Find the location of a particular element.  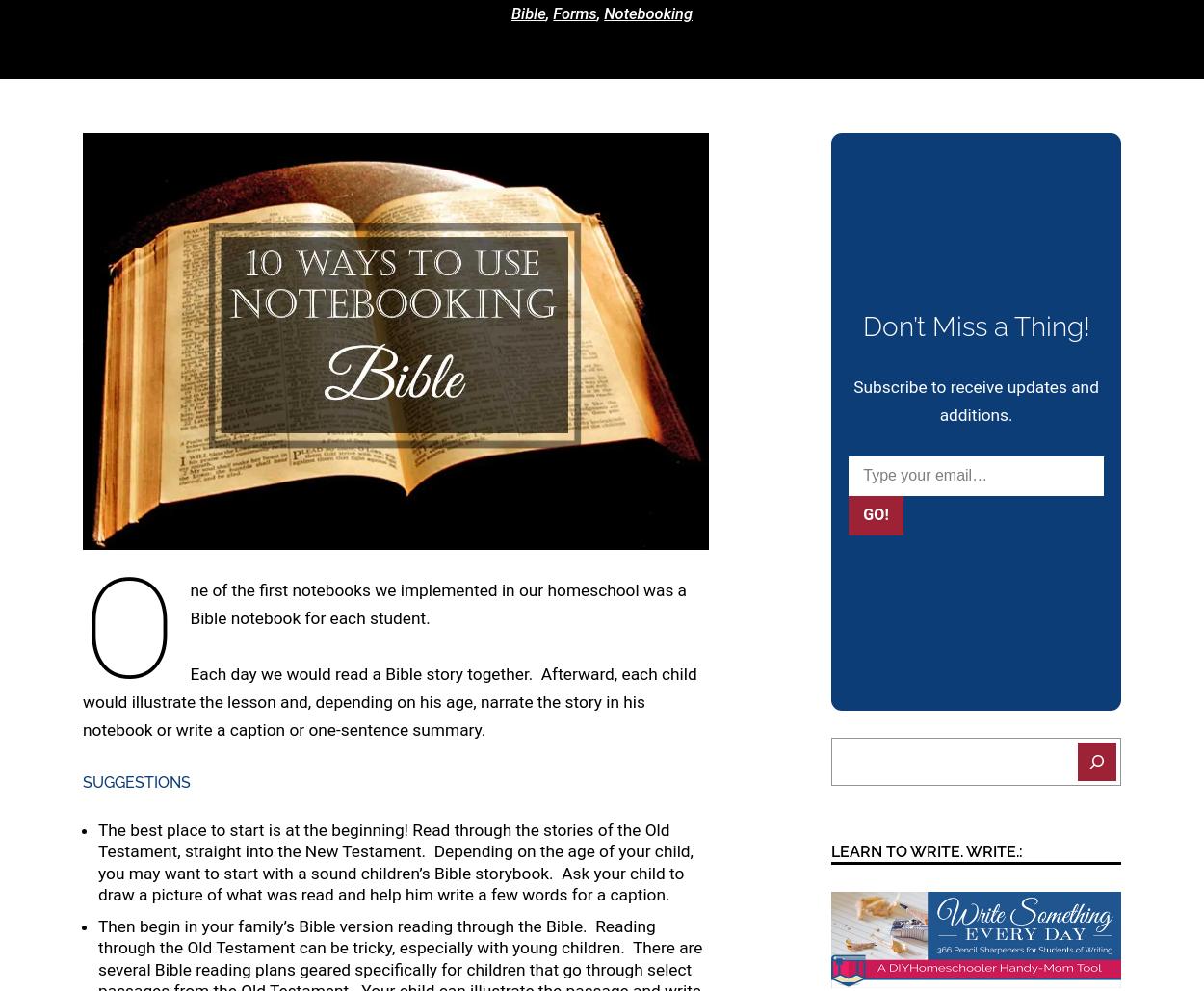

'Learn to Write. Write.:' is located at coordinates (926, 850).